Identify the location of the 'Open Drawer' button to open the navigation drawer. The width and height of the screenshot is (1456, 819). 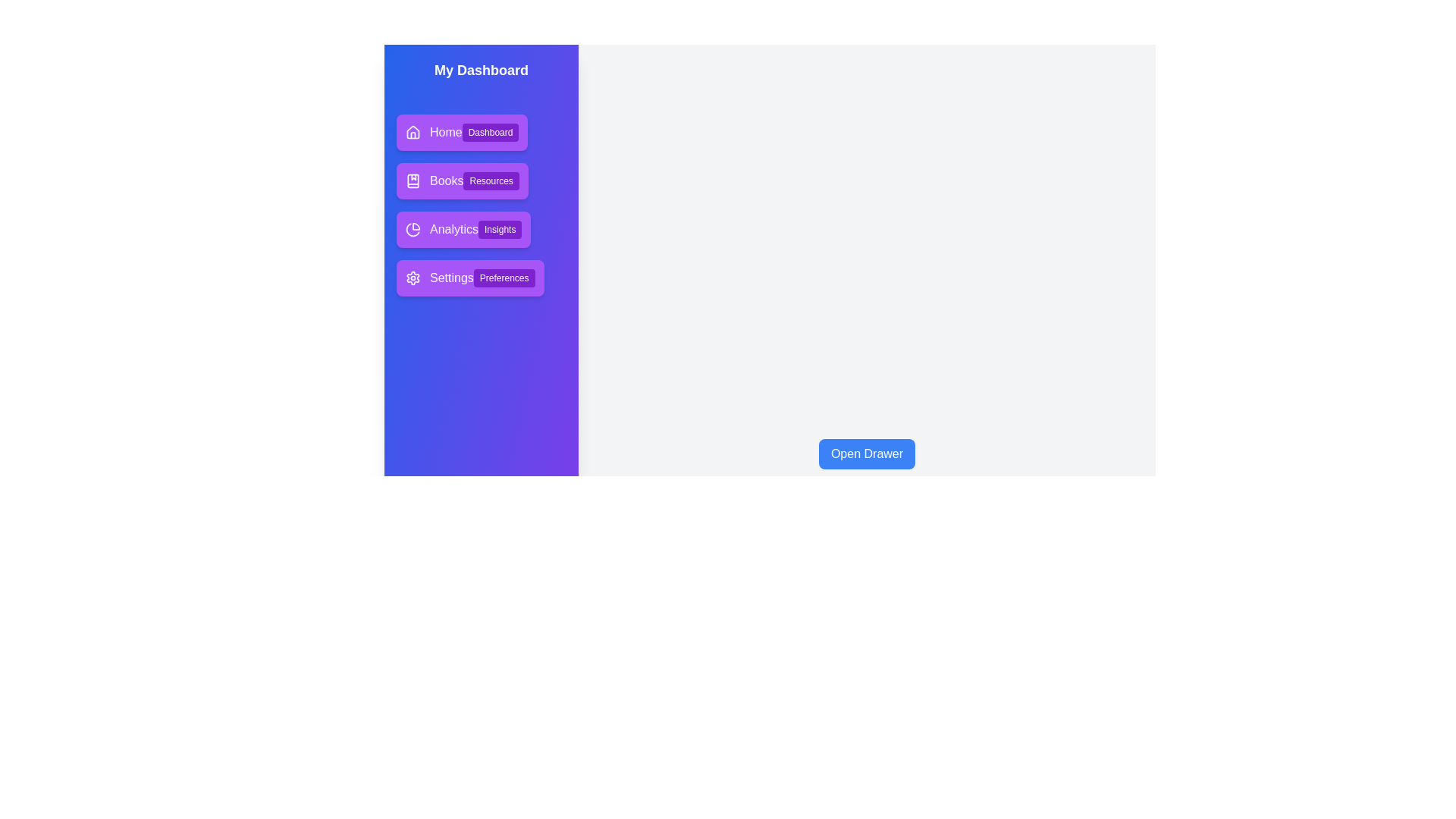
(867, 453).